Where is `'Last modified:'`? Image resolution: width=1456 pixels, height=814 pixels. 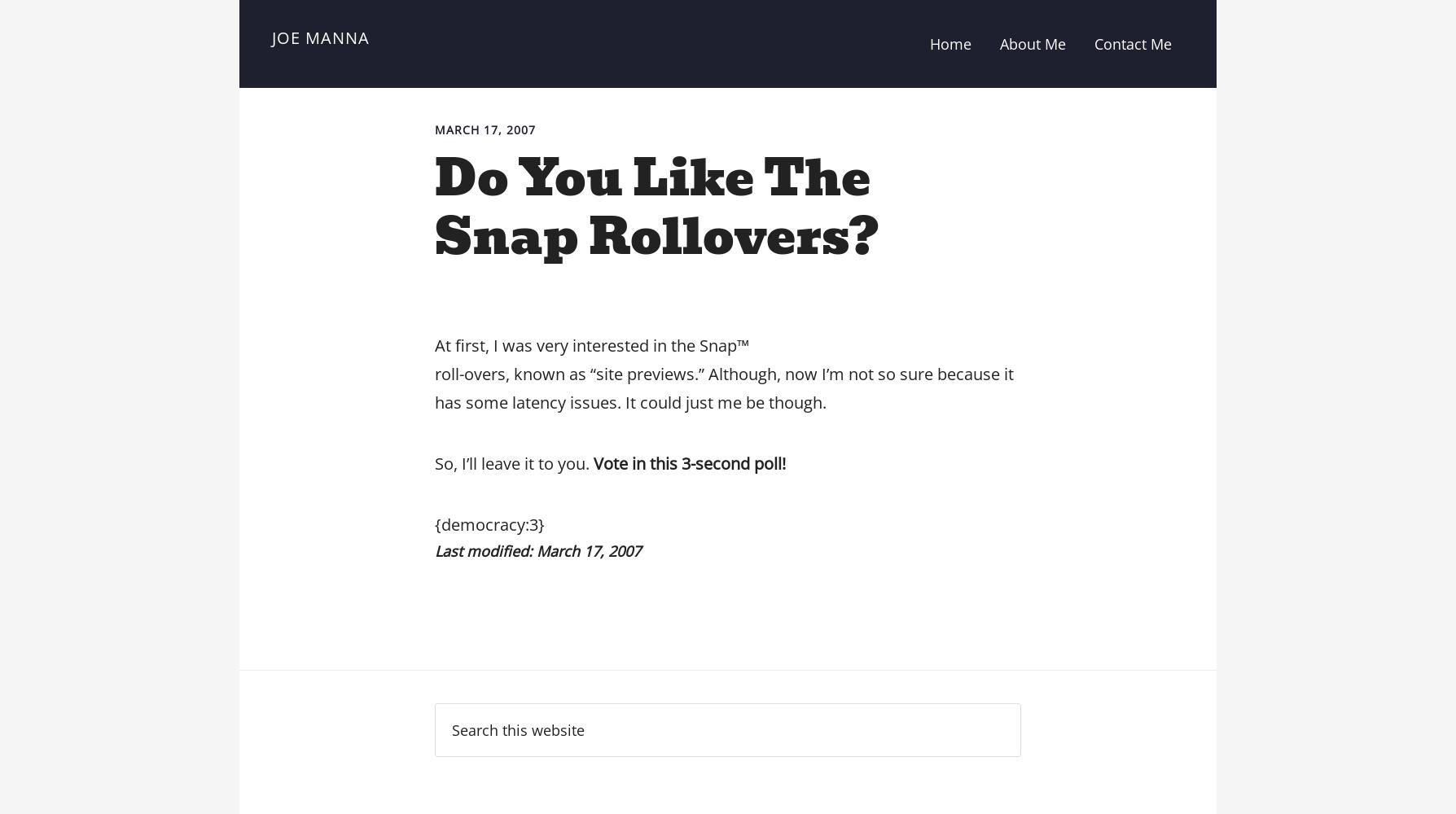
'Last modified:' is located at coordinates (485, 550).